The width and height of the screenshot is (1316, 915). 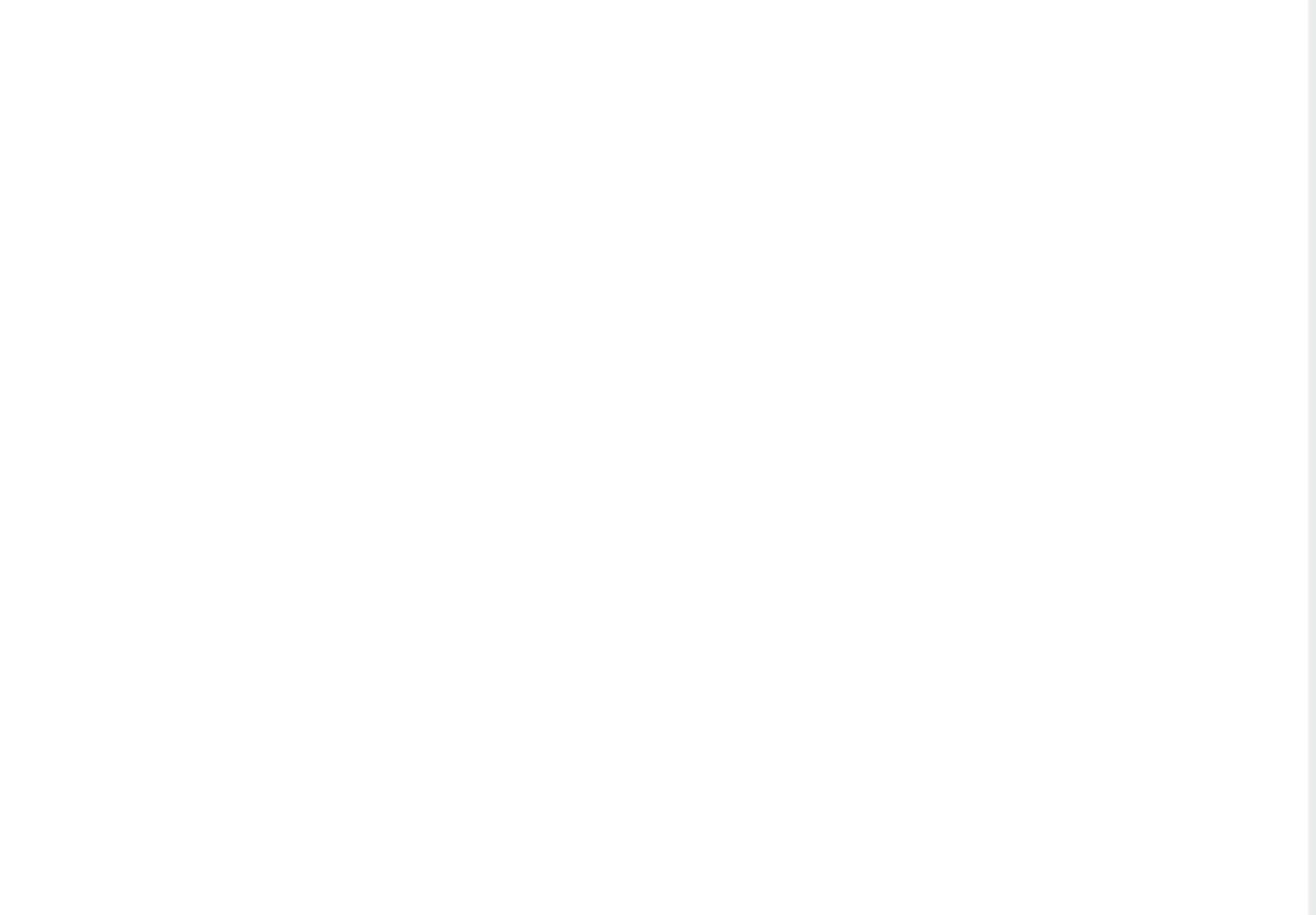 I want to click on 'Writing Stories of Strong Women Enjoying Sex and Life', so click(x=181, y=126).